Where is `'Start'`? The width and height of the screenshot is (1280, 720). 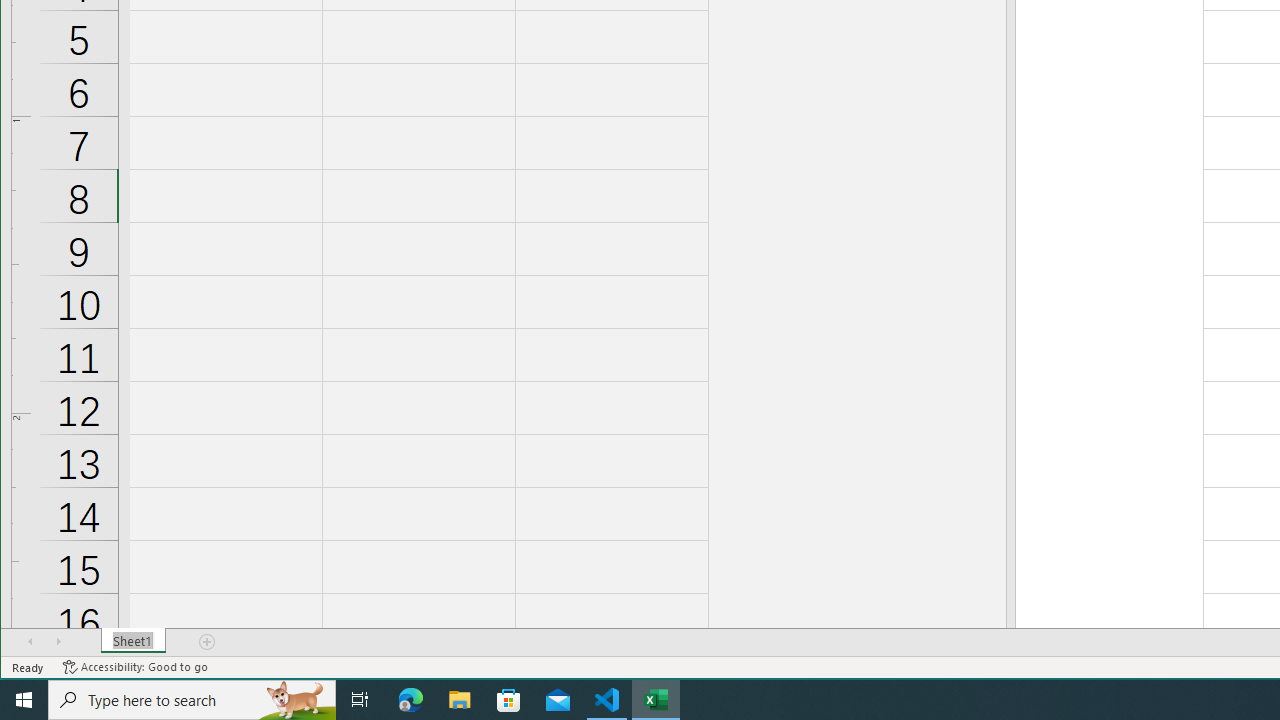
'Start' is located at coordinates (24, 698).